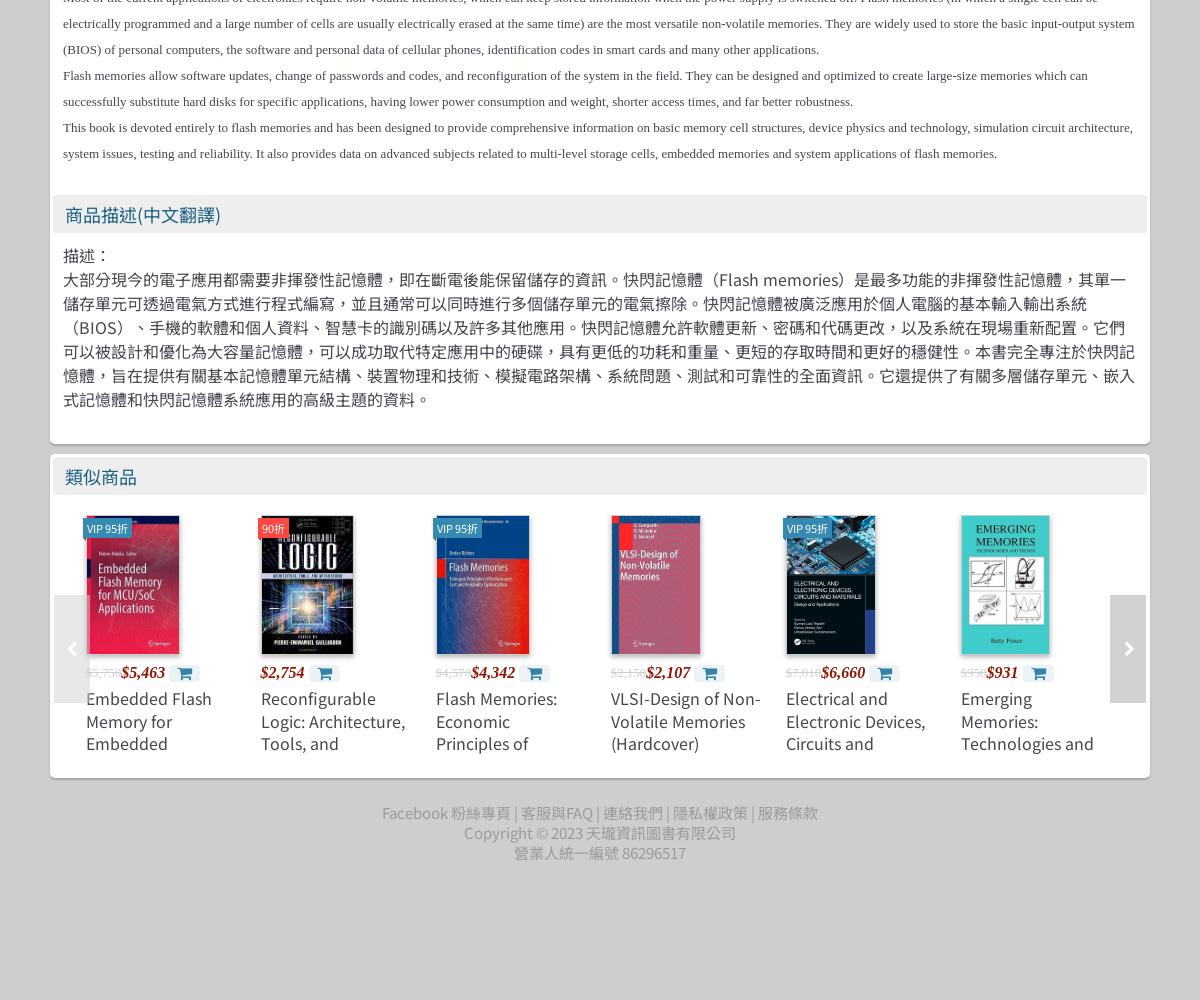 The image size is (1200, 1000). I want to click on 'Flash memories allow software updates, change of passwords 
  and codes, and reconfiguration of the system in the field. They can be 
  designed and optimized to create large-size memories which can successfully 
  substitute hard disks for specific applications, having lower power 
  consumption and weight, shorter access times, and far better robustness.', so click(574, 87).